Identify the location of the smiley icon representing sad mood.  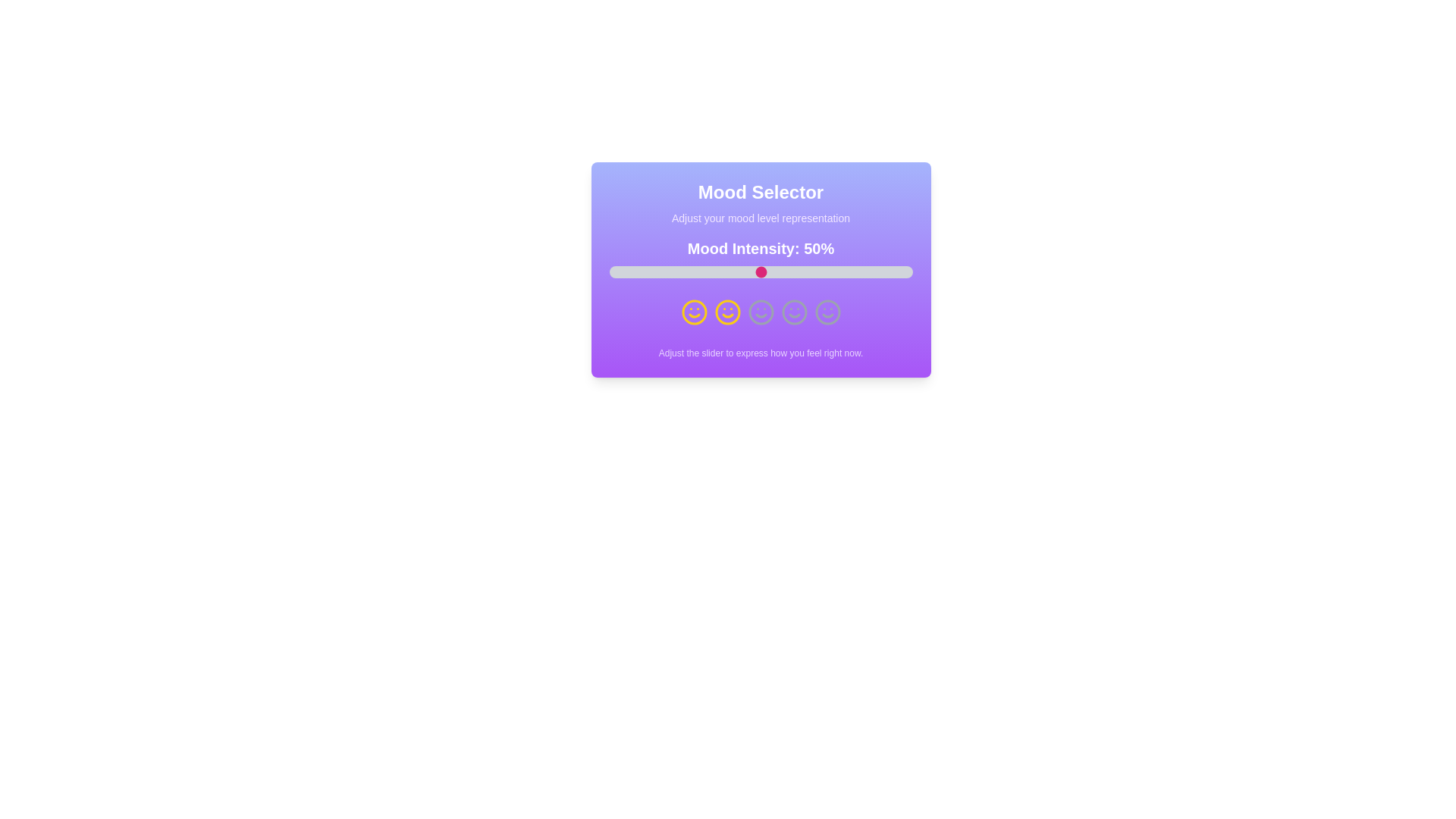
(726, 312).